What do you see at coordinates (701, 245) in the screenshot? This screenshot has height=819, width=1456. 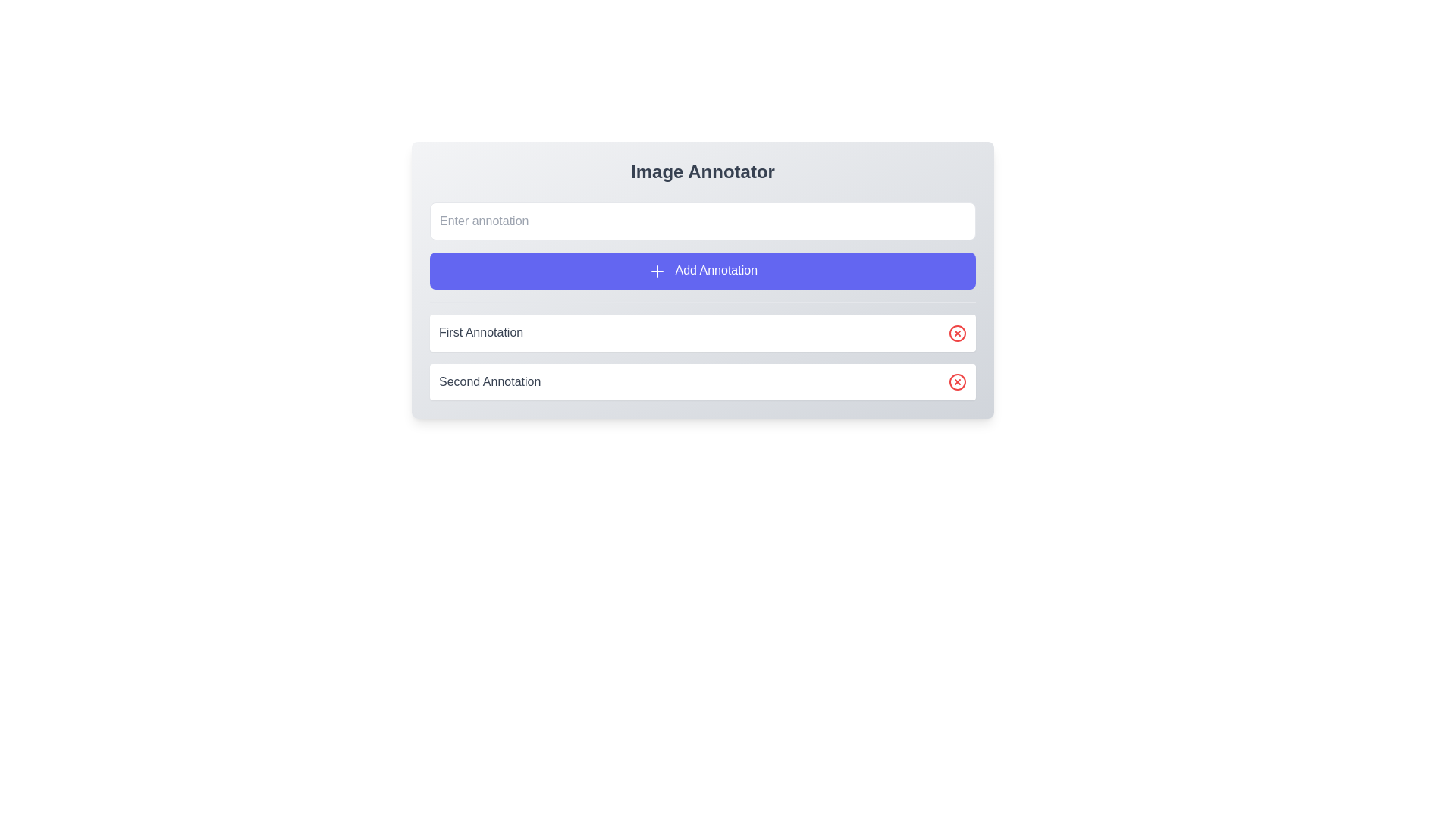 I see `the 'Add Annotation' button located directly under the input field for entering annotations` at bounding box center [701, 245].